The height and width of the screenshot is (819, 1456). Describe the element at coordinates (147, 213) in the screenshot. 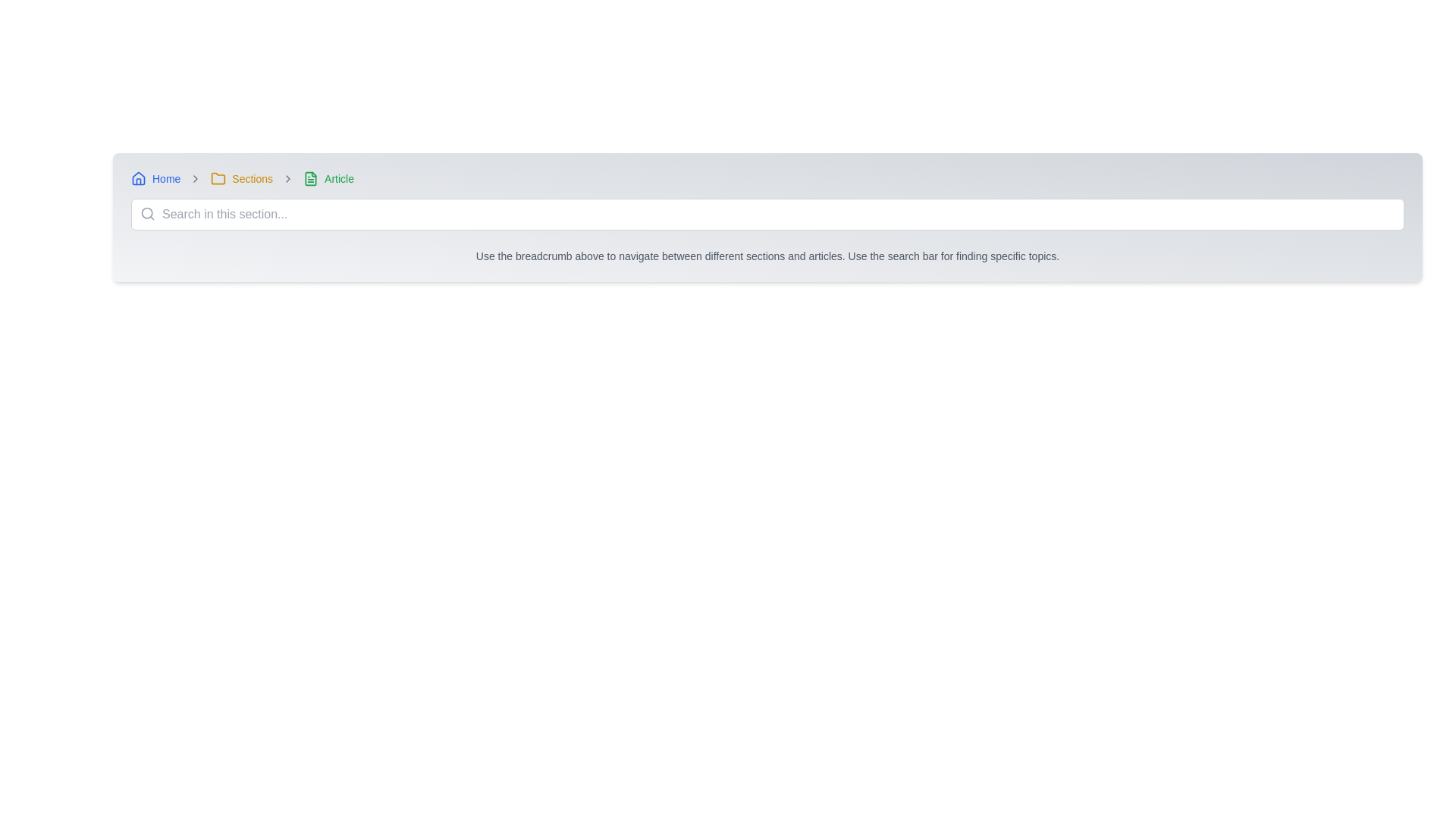

I see `the magnifying glass icon component, which is a circle segment located to the left side of the input box in the search field` at that location.